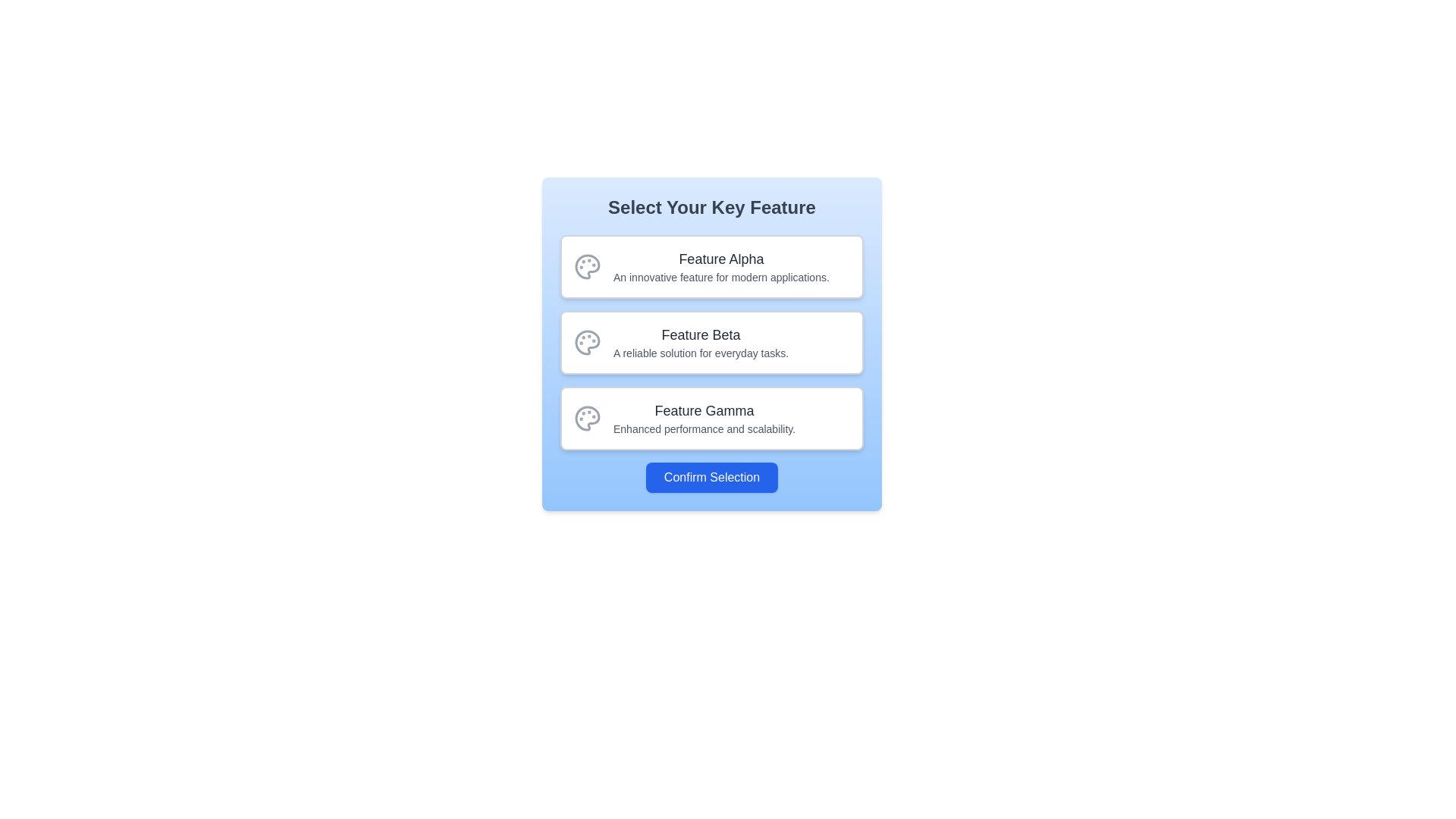 This screenshot has height=819, width=1456. Describe the element at coordinates (586, 265) in the screenshot. I see `the painter's palette icon located on the left side of the 'Feature Alpha' card, which is centrally aligned in height and has a gray outline with four circular details` at that location.